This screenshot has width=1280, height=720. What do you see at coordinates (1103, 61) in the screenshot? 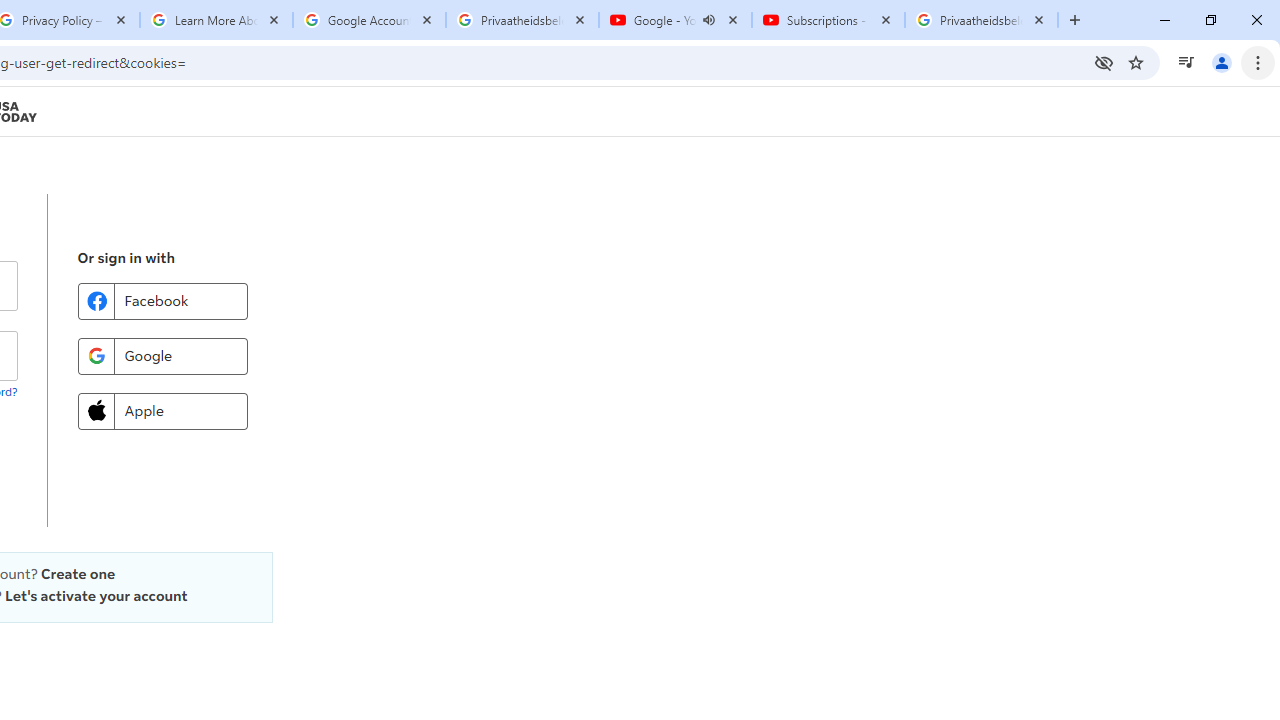
I see `'Third-party cookies blocked'` at bounding box center [1103, 61].